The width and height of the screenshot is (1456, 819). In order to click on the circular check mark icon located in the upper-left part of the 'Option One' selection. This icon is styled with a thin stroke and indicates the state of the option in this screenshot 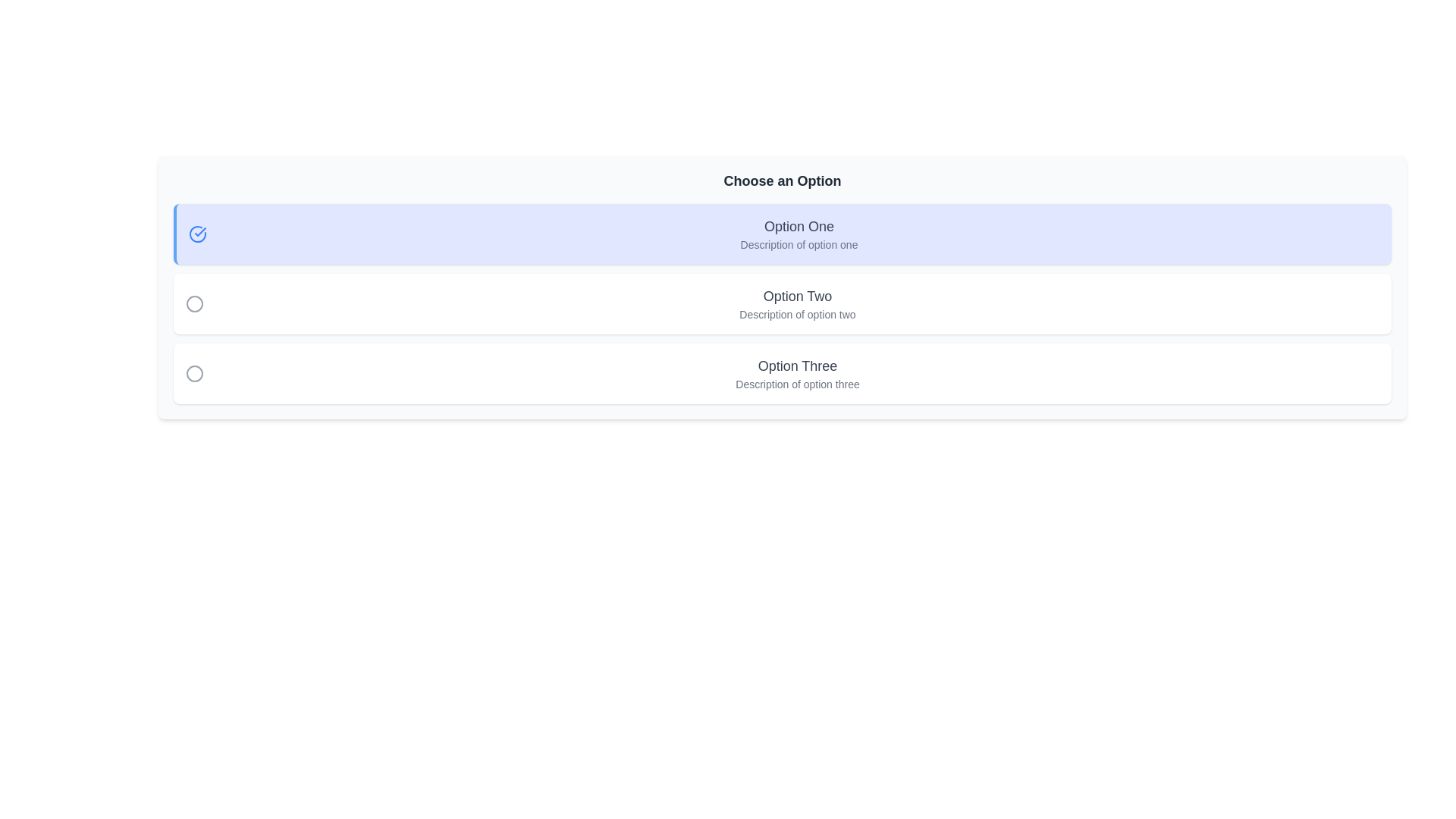, I will do `click(196, 234)`.